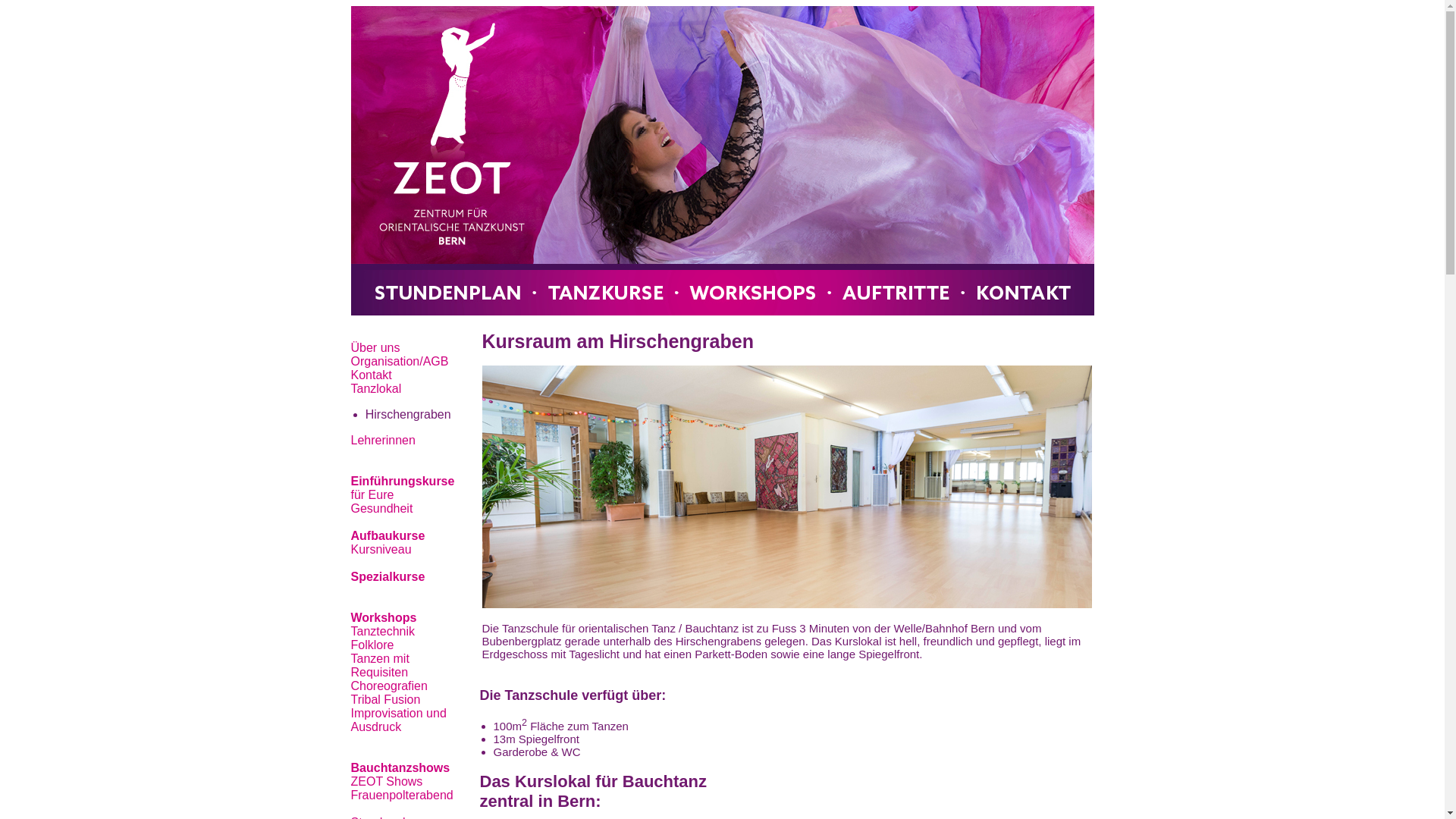  What do you see at coordinates (349, 549) in the screenshot?
I see `'Kursniveau'` at bounding box center [349, 549].